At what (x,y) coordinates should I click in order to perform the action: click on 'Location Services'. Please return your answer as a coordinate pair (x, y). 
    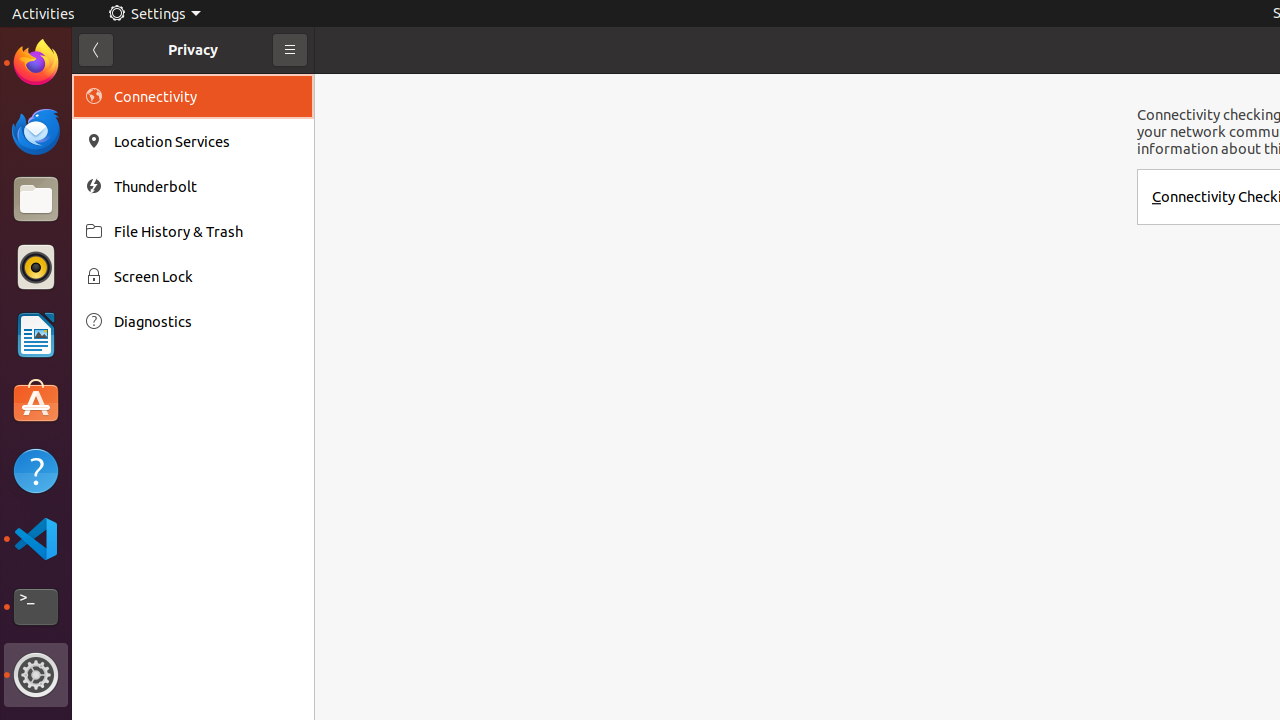
    Looking at the image, I should click on (206, 140).